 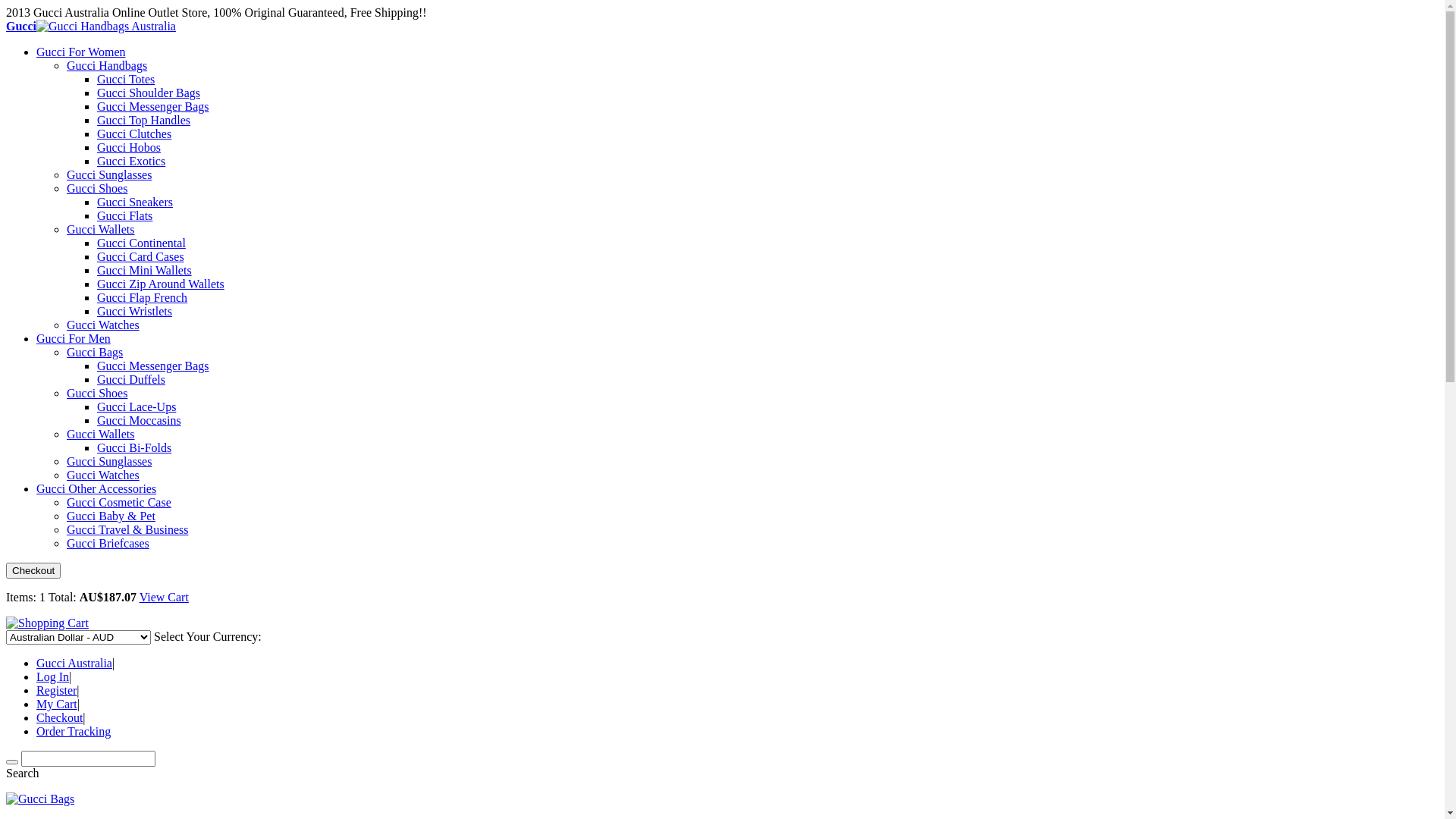 What do you see at coordinates (134, 447) in the screenshot?
I see `'Gucci Bi-Folds'` at bounding box center [134, 447].